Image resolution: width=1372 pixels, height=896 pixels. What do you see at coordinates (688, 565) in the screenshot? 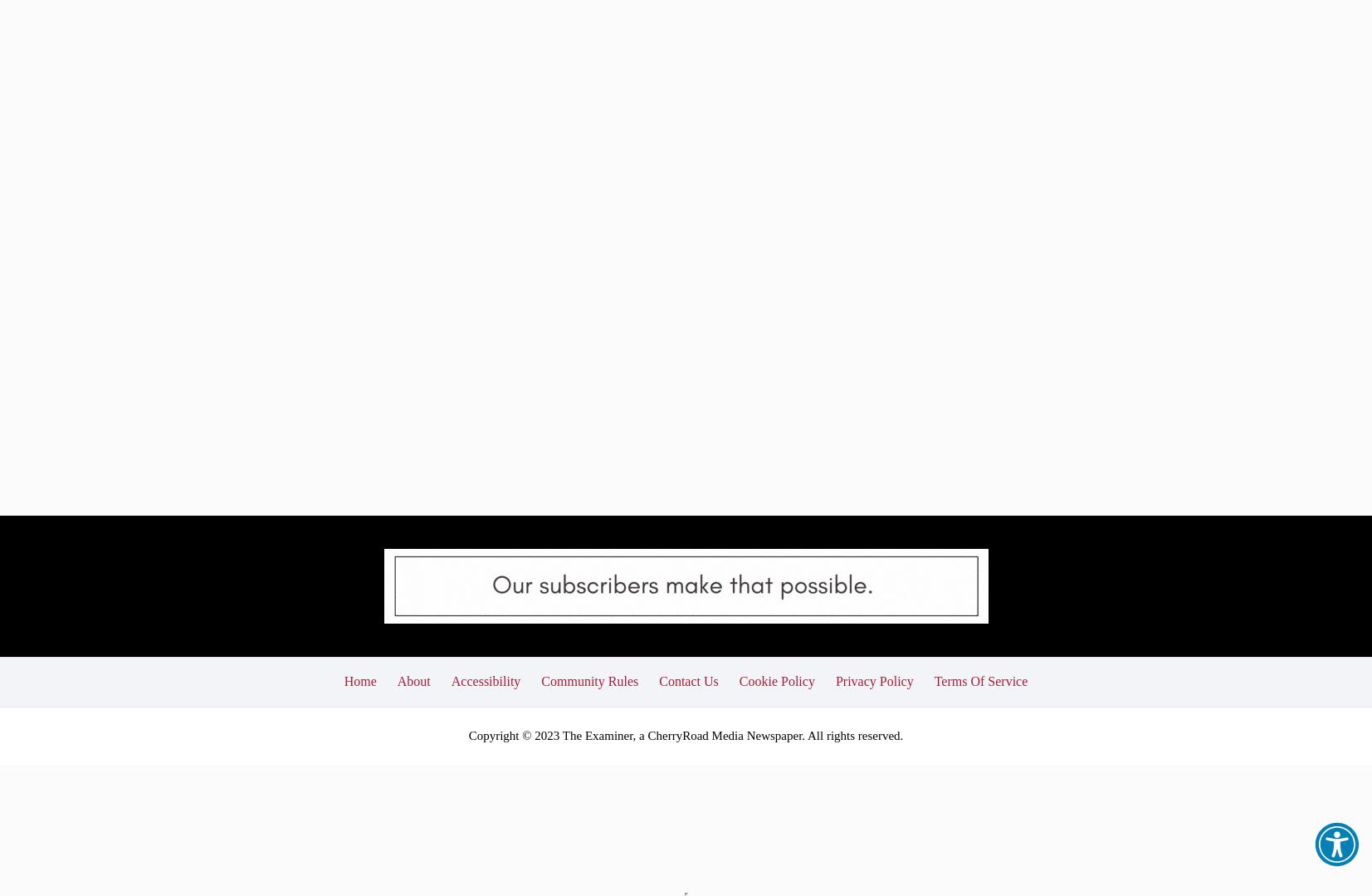
I see `'Contact Us'` at bounding box center [688, 565].